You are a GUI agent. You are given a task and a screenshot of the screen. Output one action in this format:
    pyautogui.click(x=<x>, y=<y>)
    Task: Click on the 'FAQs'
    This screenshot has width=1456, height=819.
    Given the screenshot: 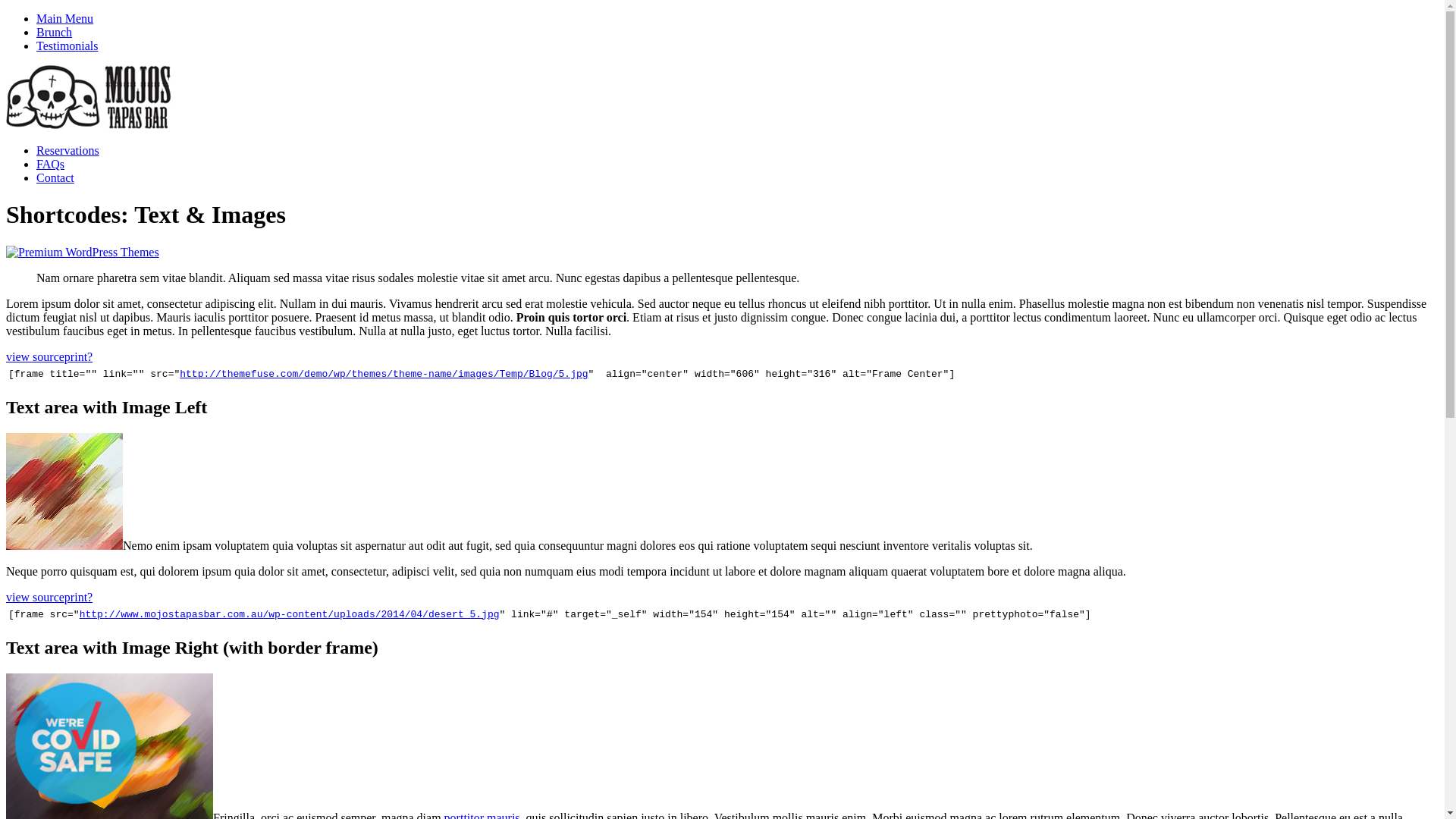 What is the action you would take?
    pyautogui.click(x=50, y=164)
    